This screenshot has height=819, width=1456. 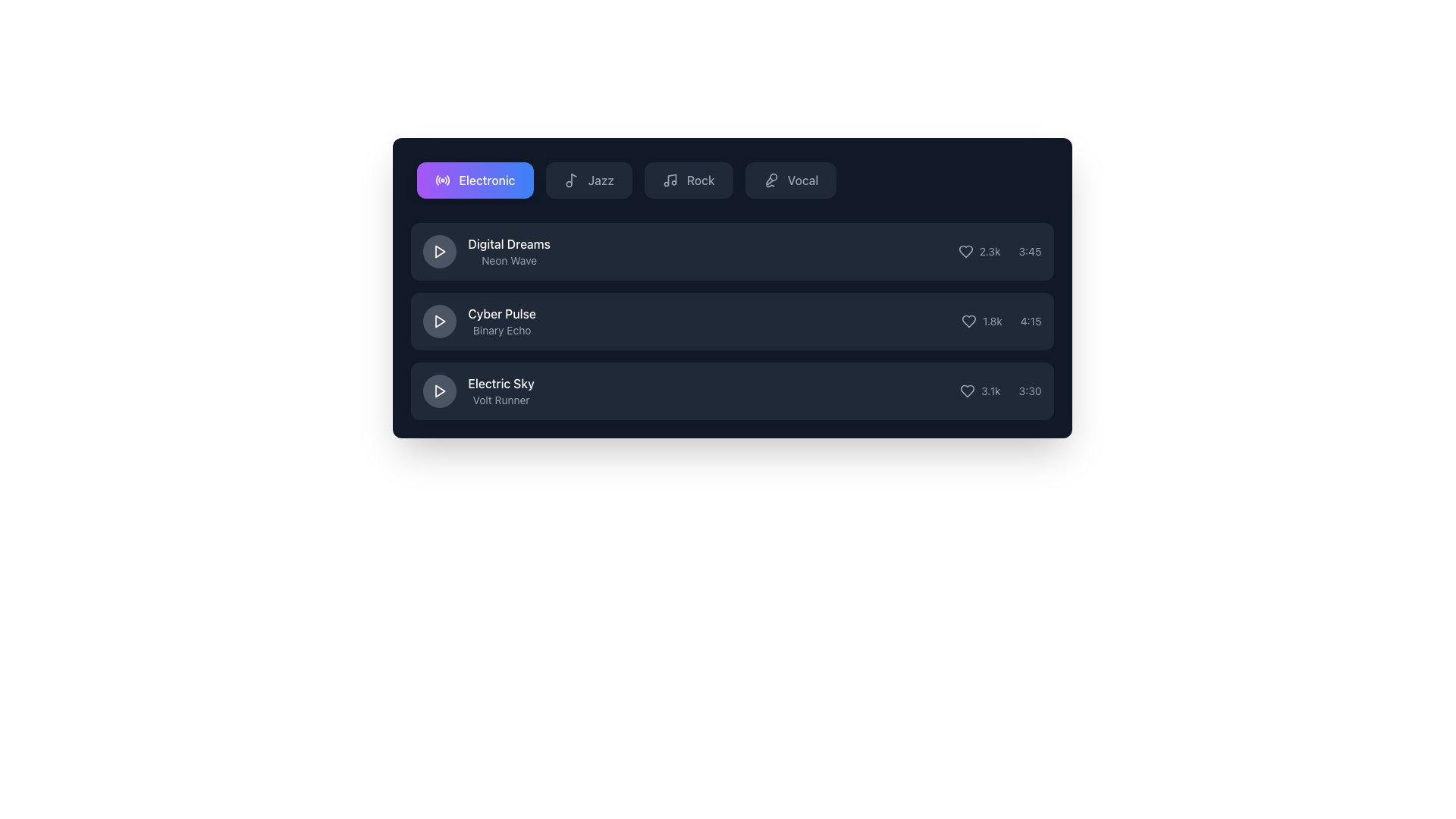 What do you see at coordinates (990, 391) in the screenshot?
I see `numeric value '3.1k' displayed next to the heart icon in the bottom-right corner of the 'Electric Sky' card by 'Volt Runner'` at bounding box center [990, 391].